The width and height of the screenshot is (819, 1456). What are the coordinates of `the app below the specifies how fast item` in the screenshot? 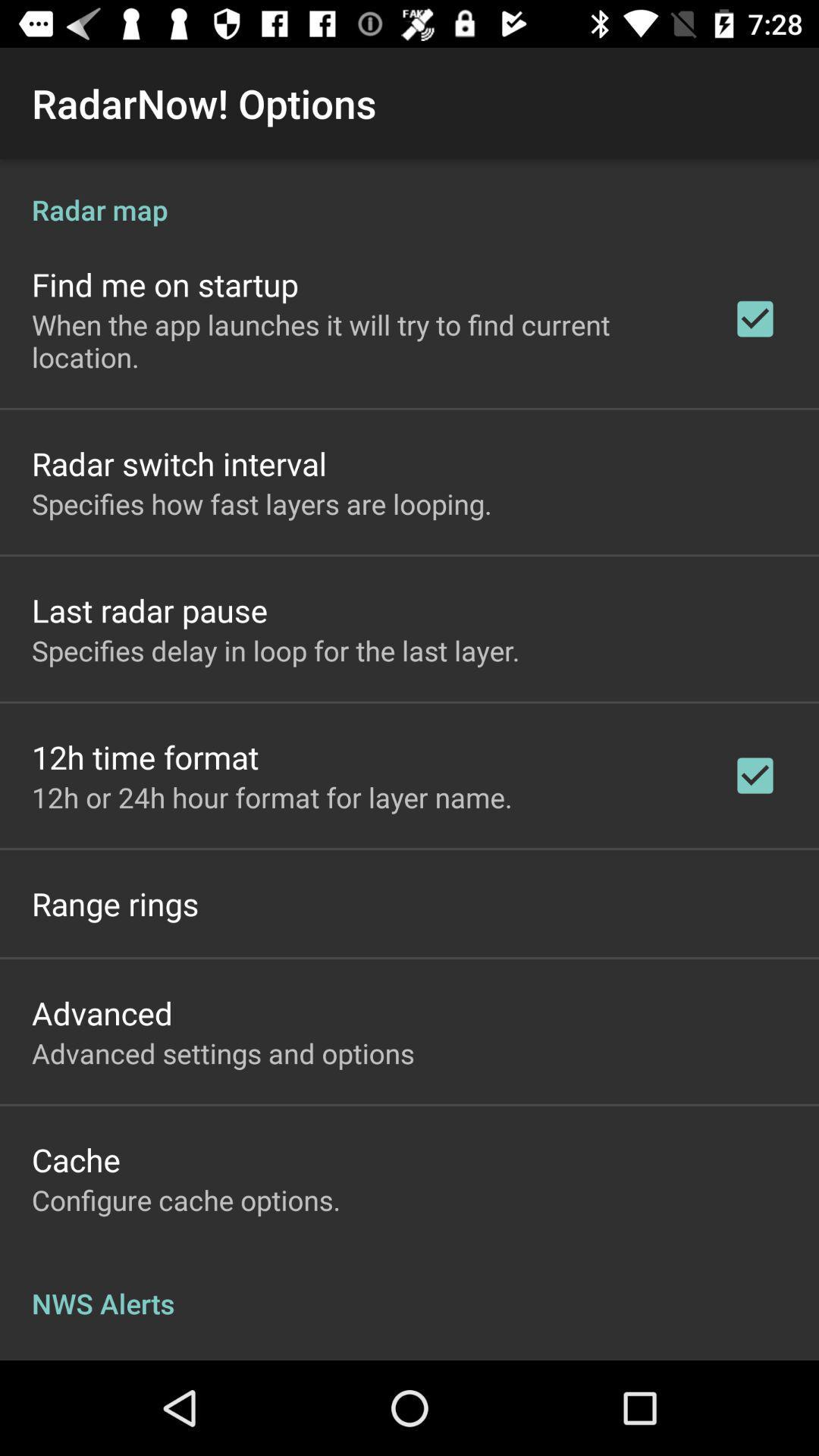 It's located at (149, 610).